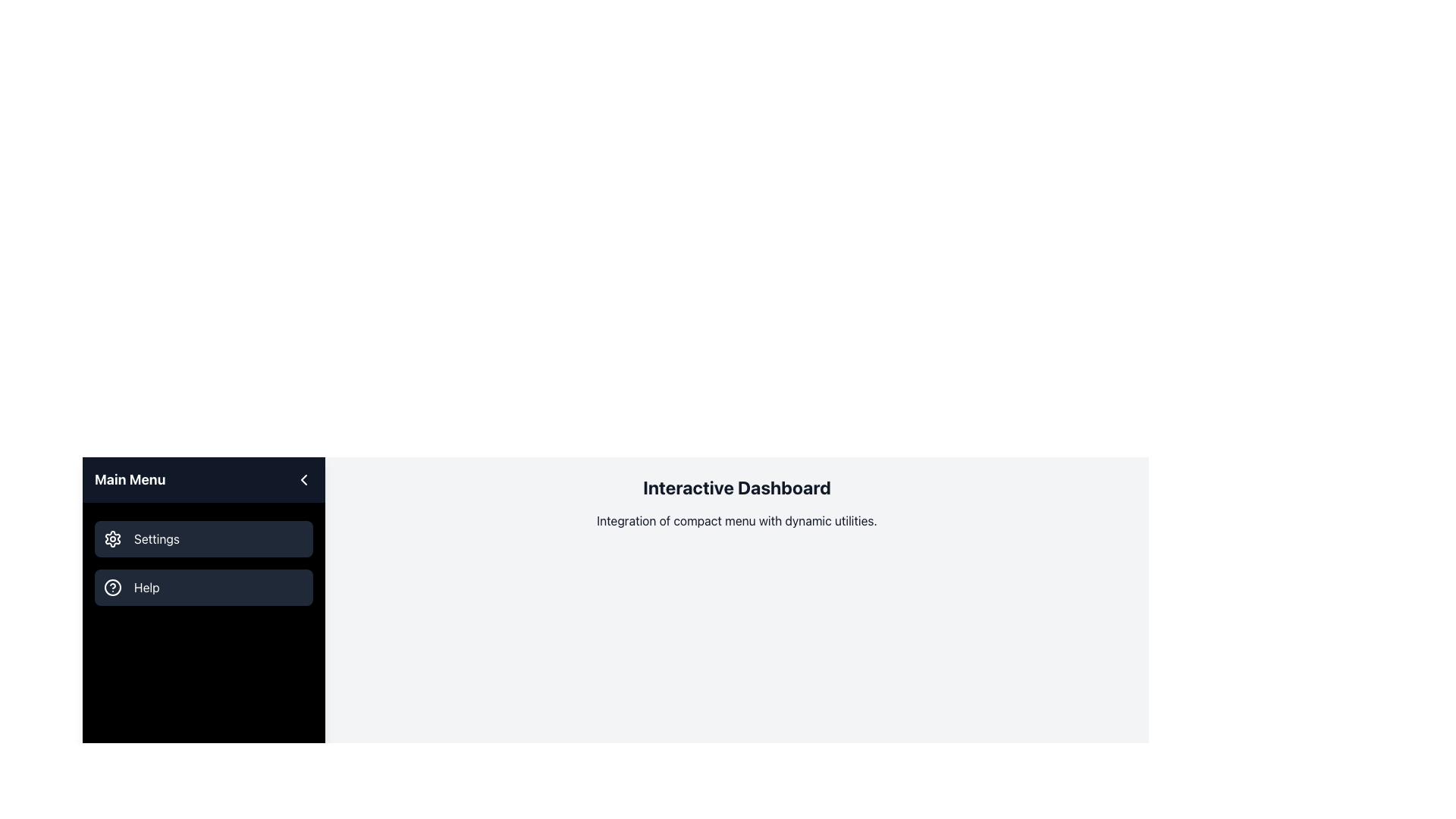 This screenshot has width=1456, height=819. I want to click on the settings icon located in the left sidebar, which is positioned to the left of the 'Settings' label in the 'Main Menu' section, so click(111, 538).